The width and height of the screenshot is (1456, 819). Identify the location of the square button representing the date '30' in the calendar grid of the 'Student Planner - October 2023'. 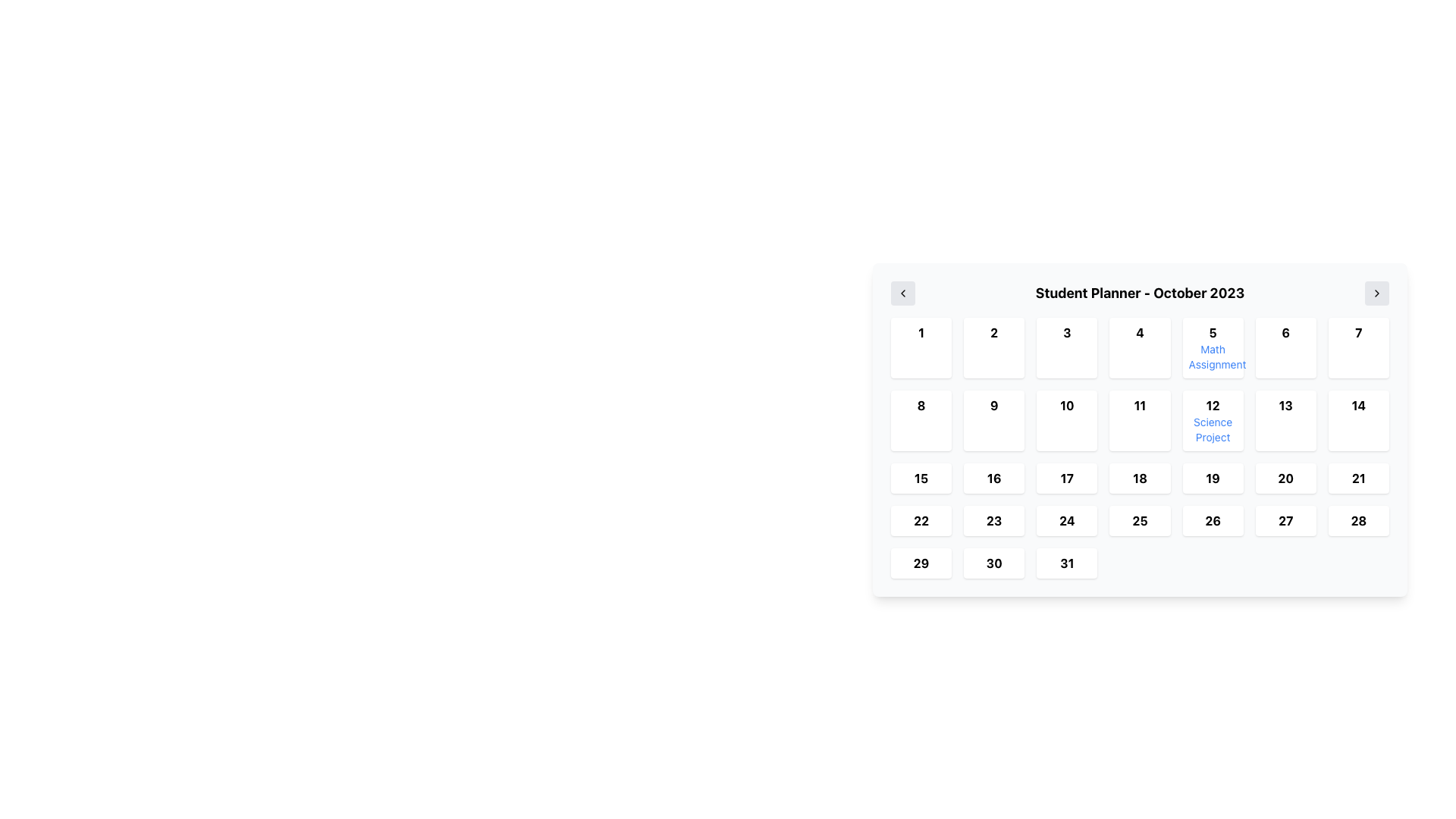
(994, 563).